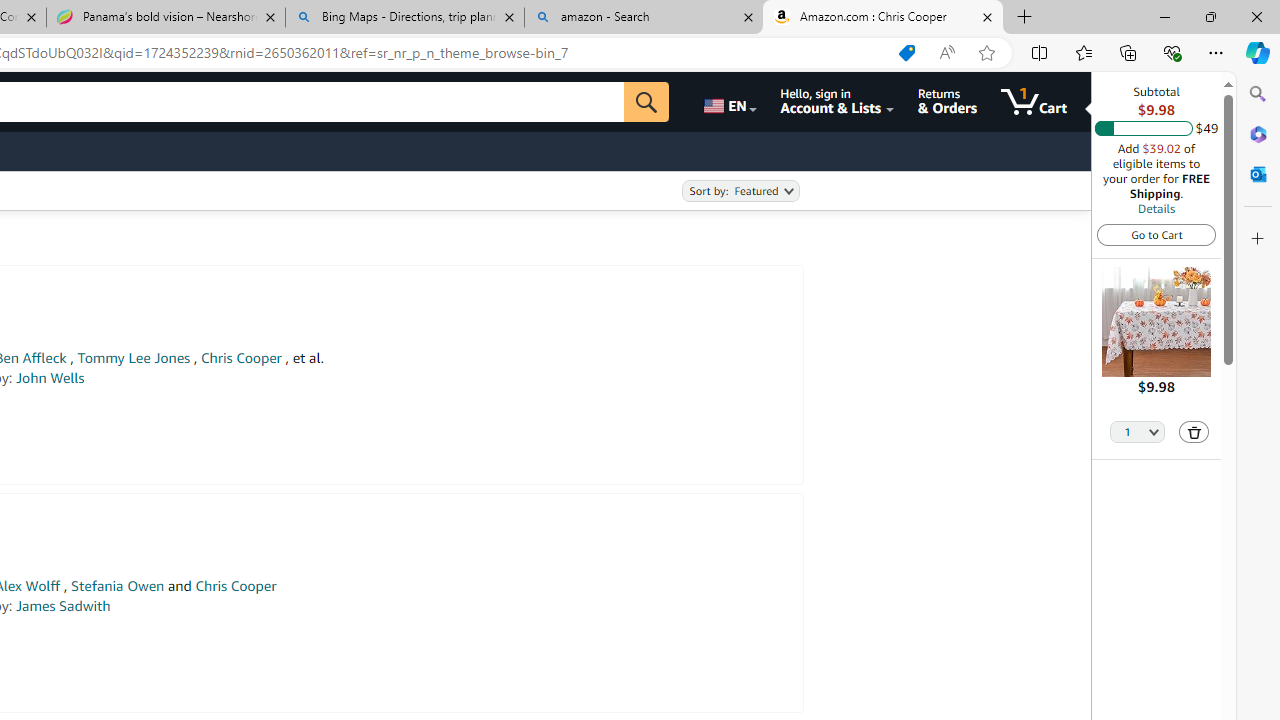  What do you see at coordinates (1034, 101) in the screenshot?
I see `'1 item in cart'` at bounding box center [1034, 101].